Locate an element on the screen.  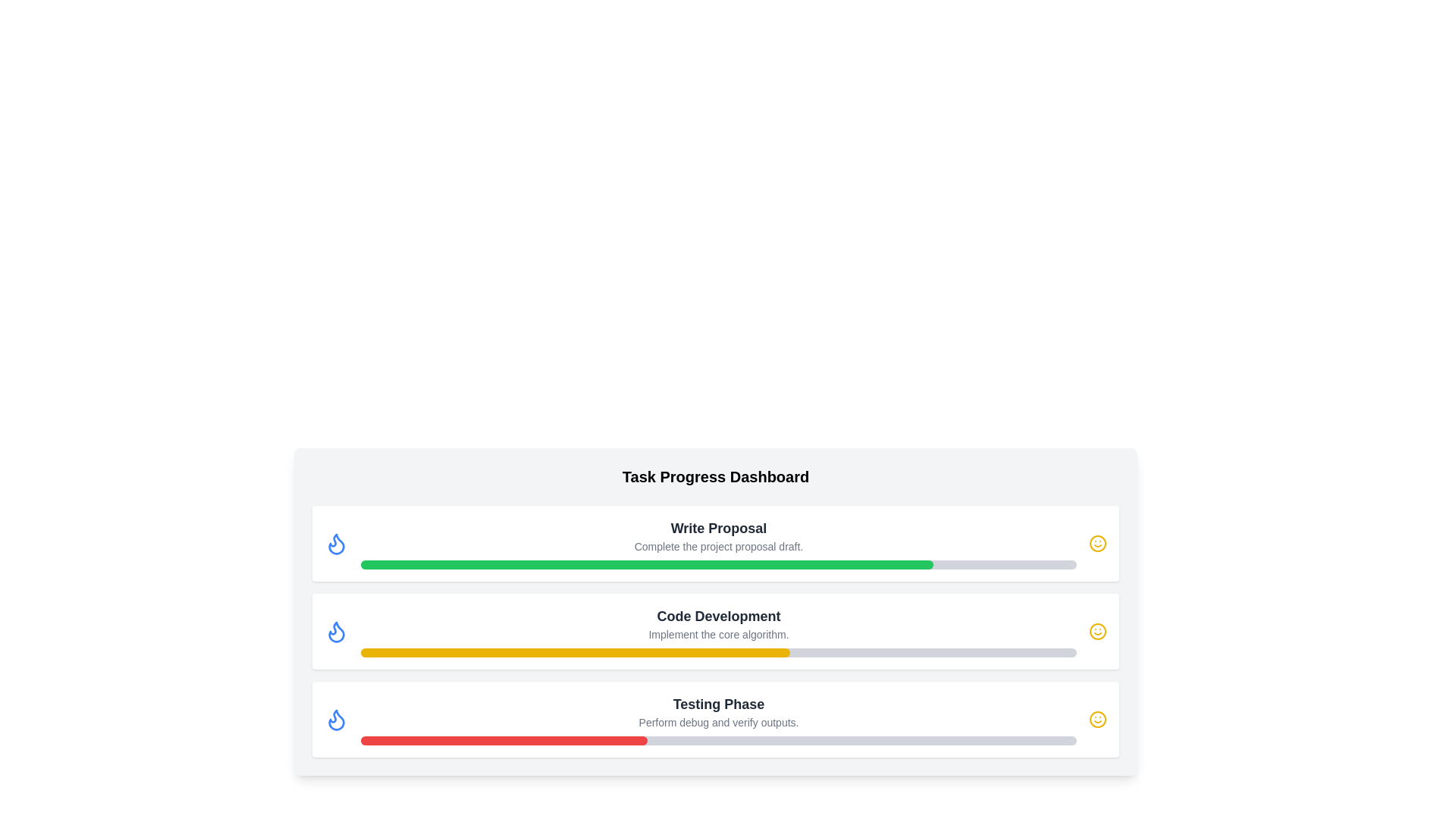
the progress bar indicating the completion percentage of the 'Testing Phase' task is located at coordinates (718, 739).